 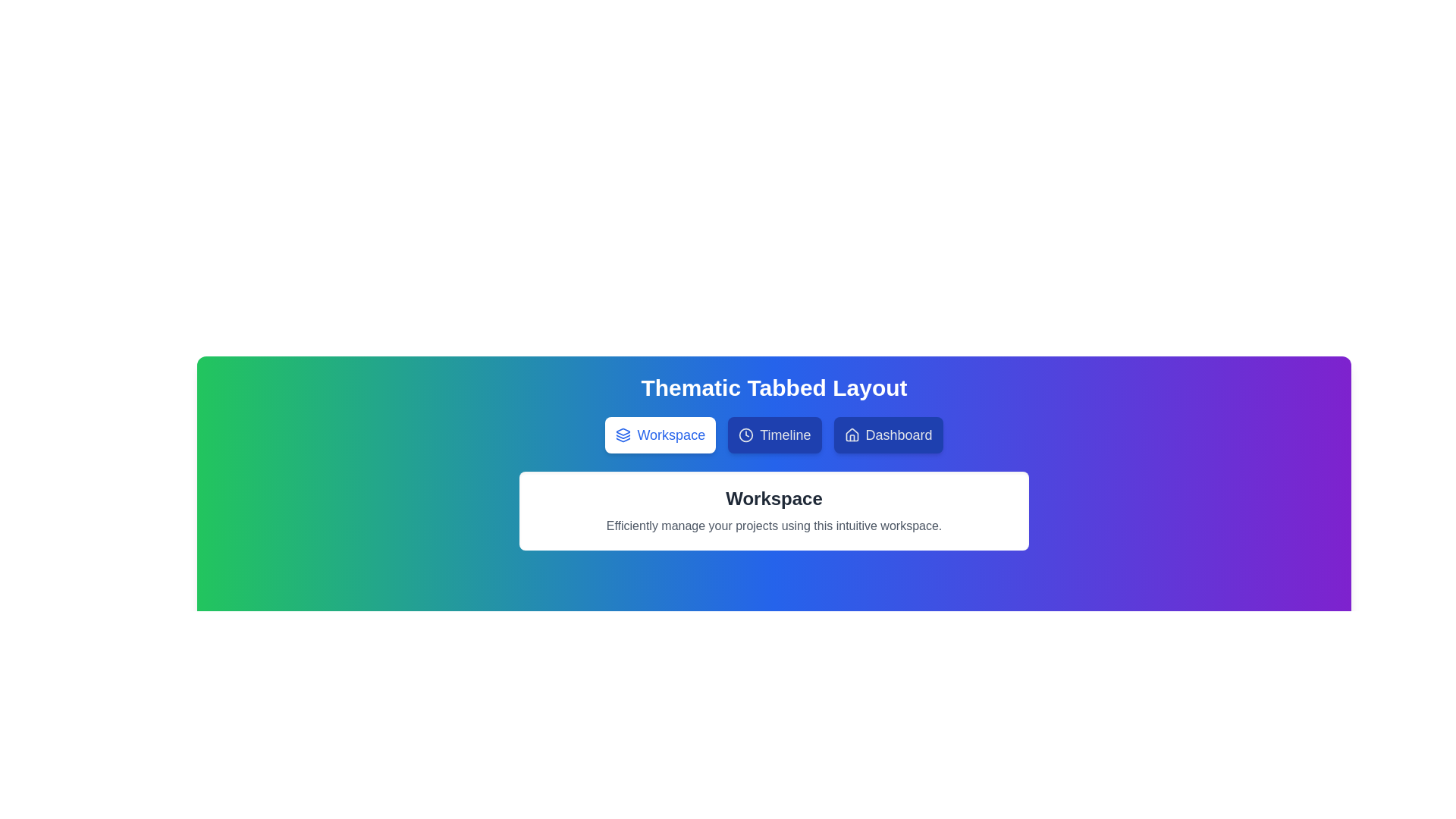 I want to click on the 'Workspace' button, which is a rectangular button with a white background and blue text, located at the leftmost position in a group of three buttons, so click(x=661, y=435).